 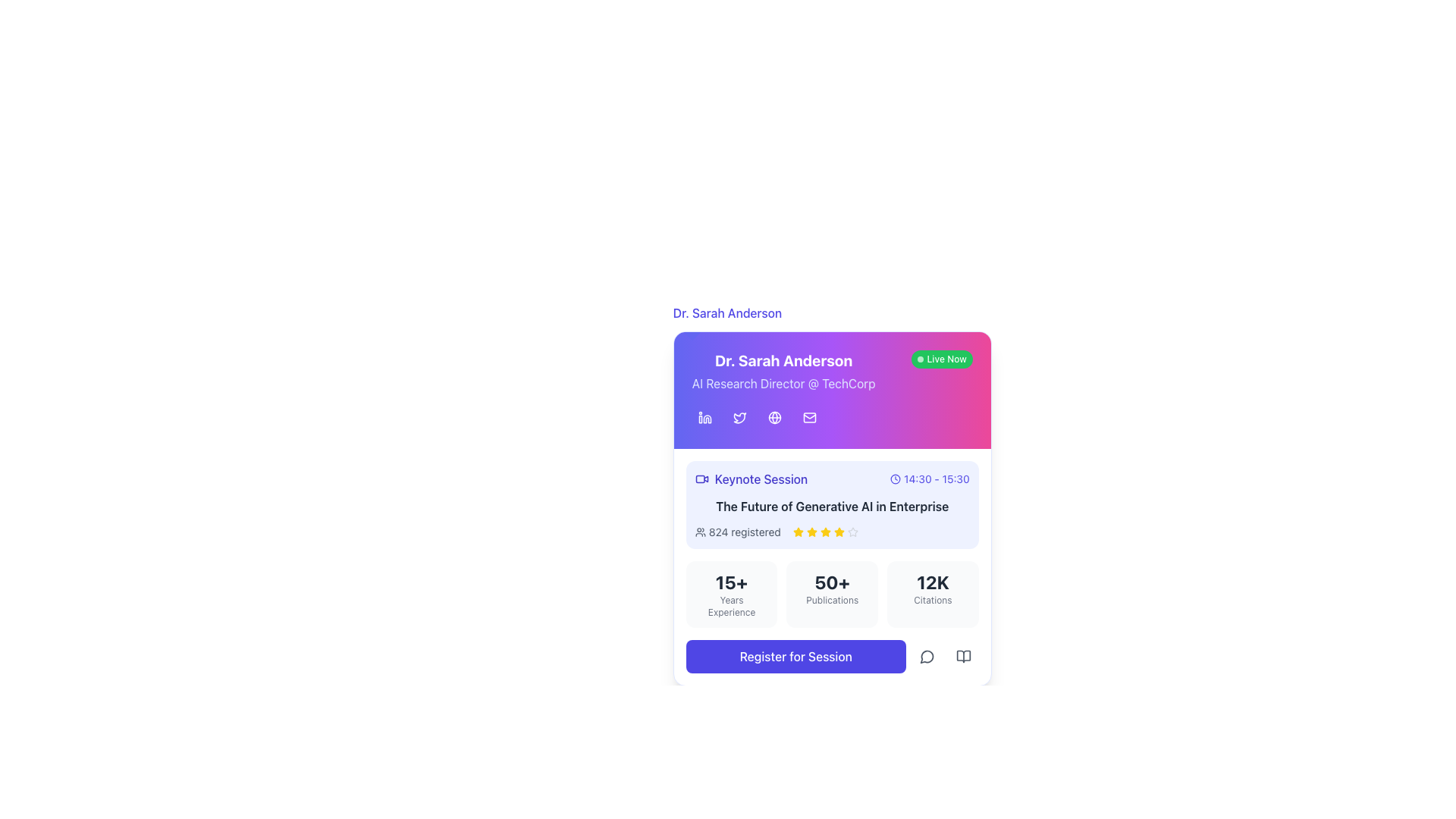 What do you see at coordinates (824, 532) in the screenshot?
I see `the fifth star icon with a yellow fill` at bounding box center [824, 532].